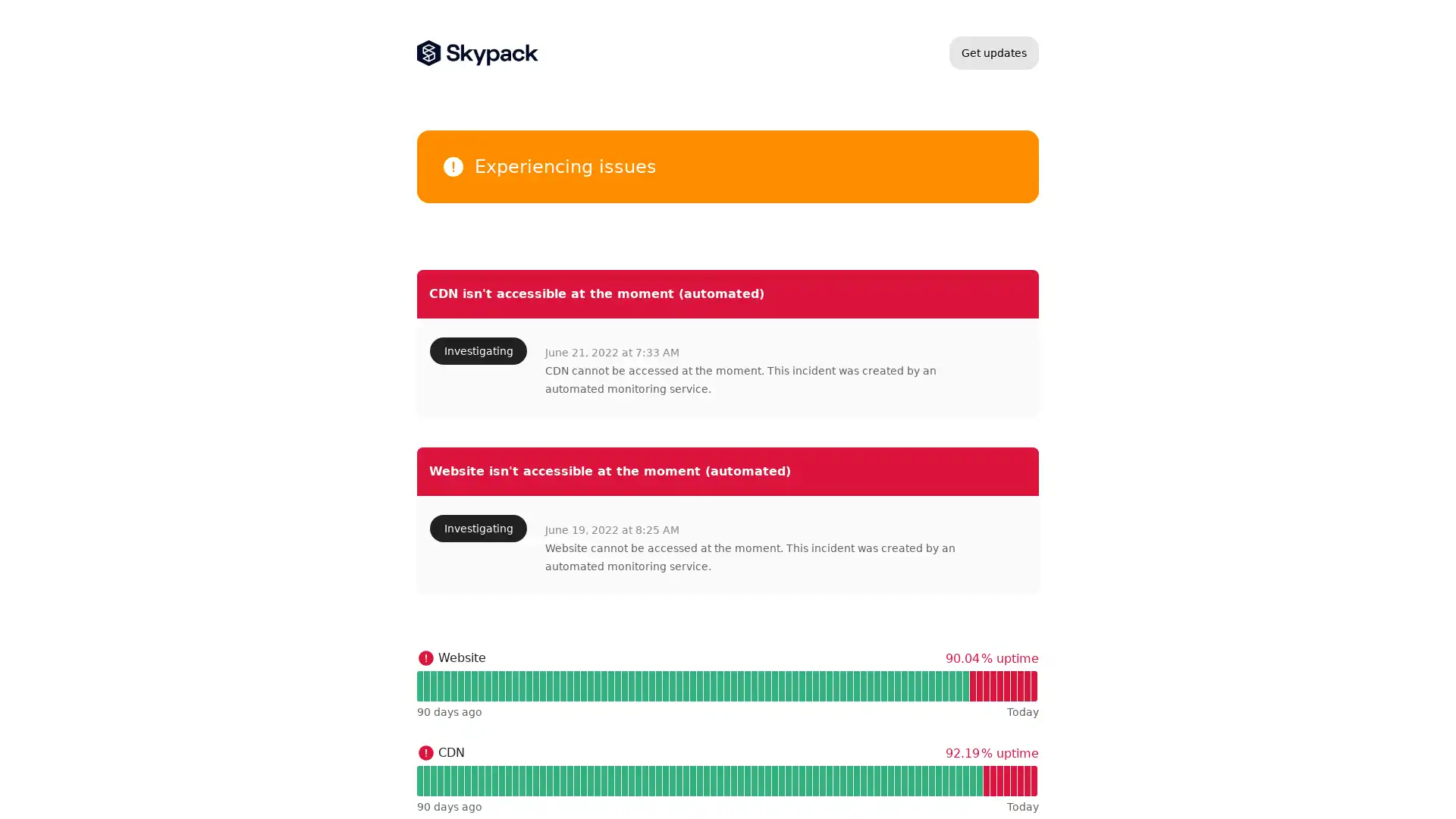 The image size is (1456, 819). I want to click on Get updates, so click(993, 52).